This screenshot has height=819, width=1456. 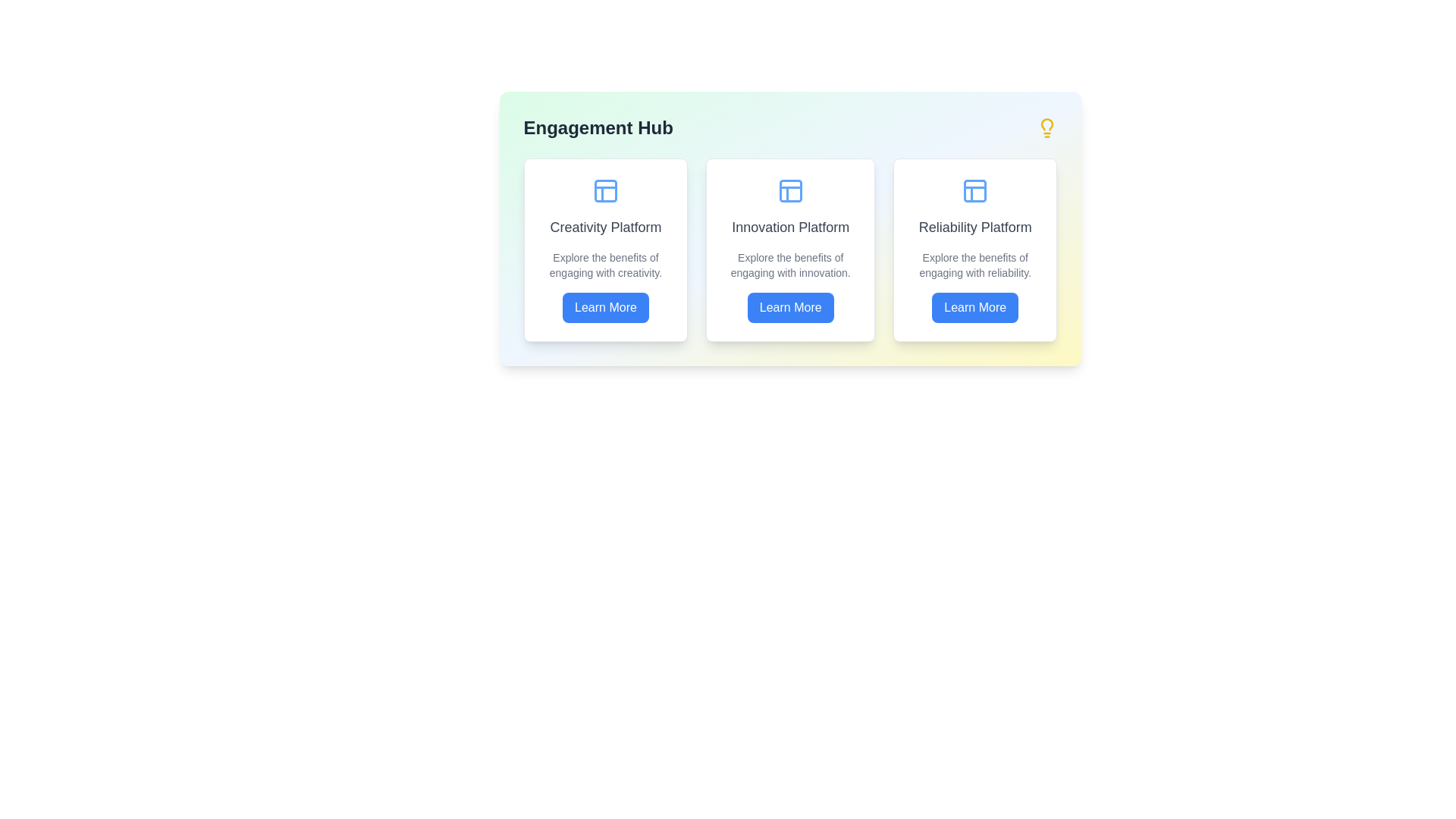 I want to click on the subtitle text element that provides descriptive information about the 'Reliability Platform' panel, located directly under the title 'Reliability Platform' in the rightmost panel, so click(x=975, y=265).